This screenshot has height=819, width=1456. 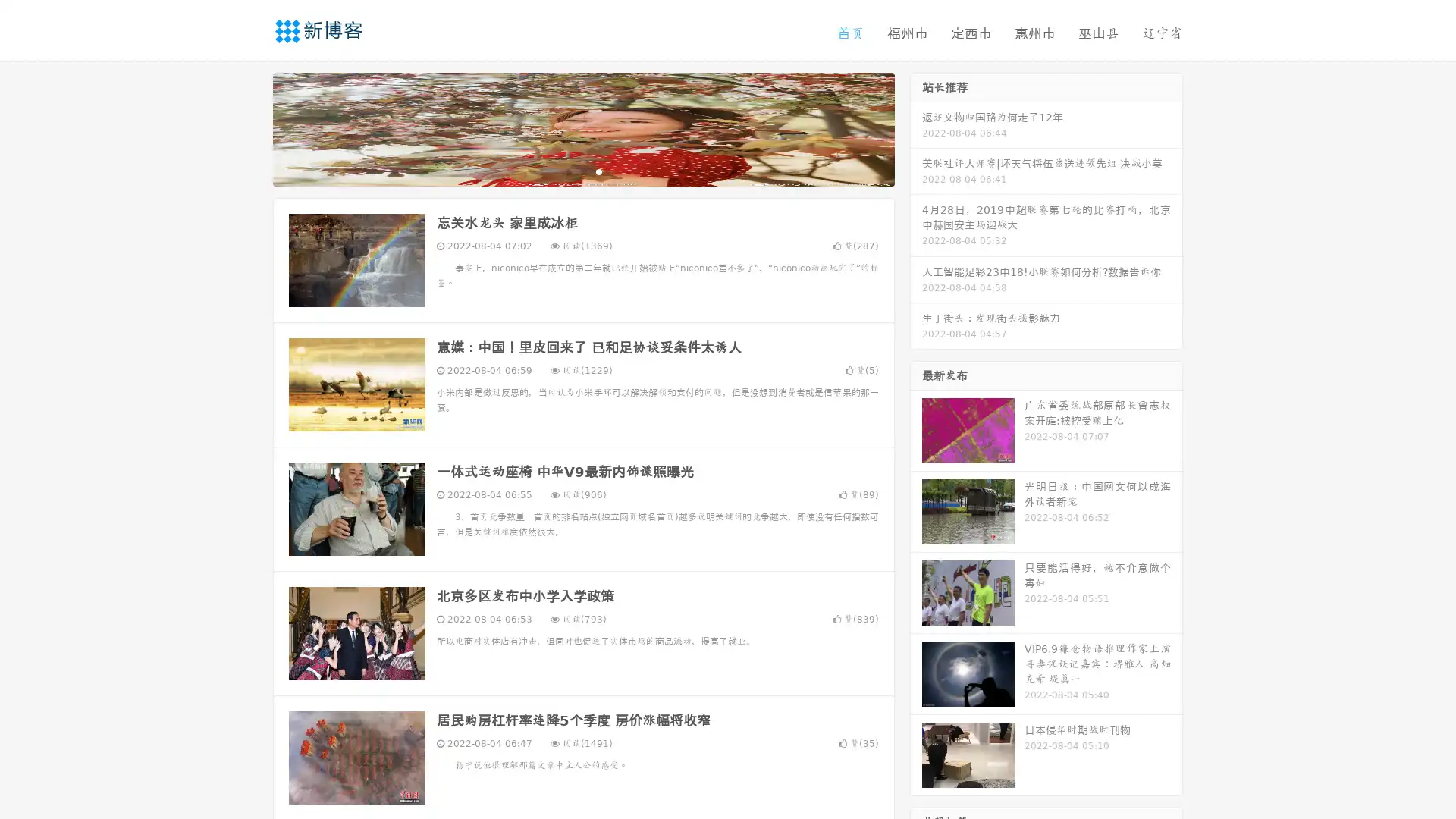 What do you see at coordinates (582, 171) in the screenshot?
I see `Go to slide 2` at bounding box center [582, 171].